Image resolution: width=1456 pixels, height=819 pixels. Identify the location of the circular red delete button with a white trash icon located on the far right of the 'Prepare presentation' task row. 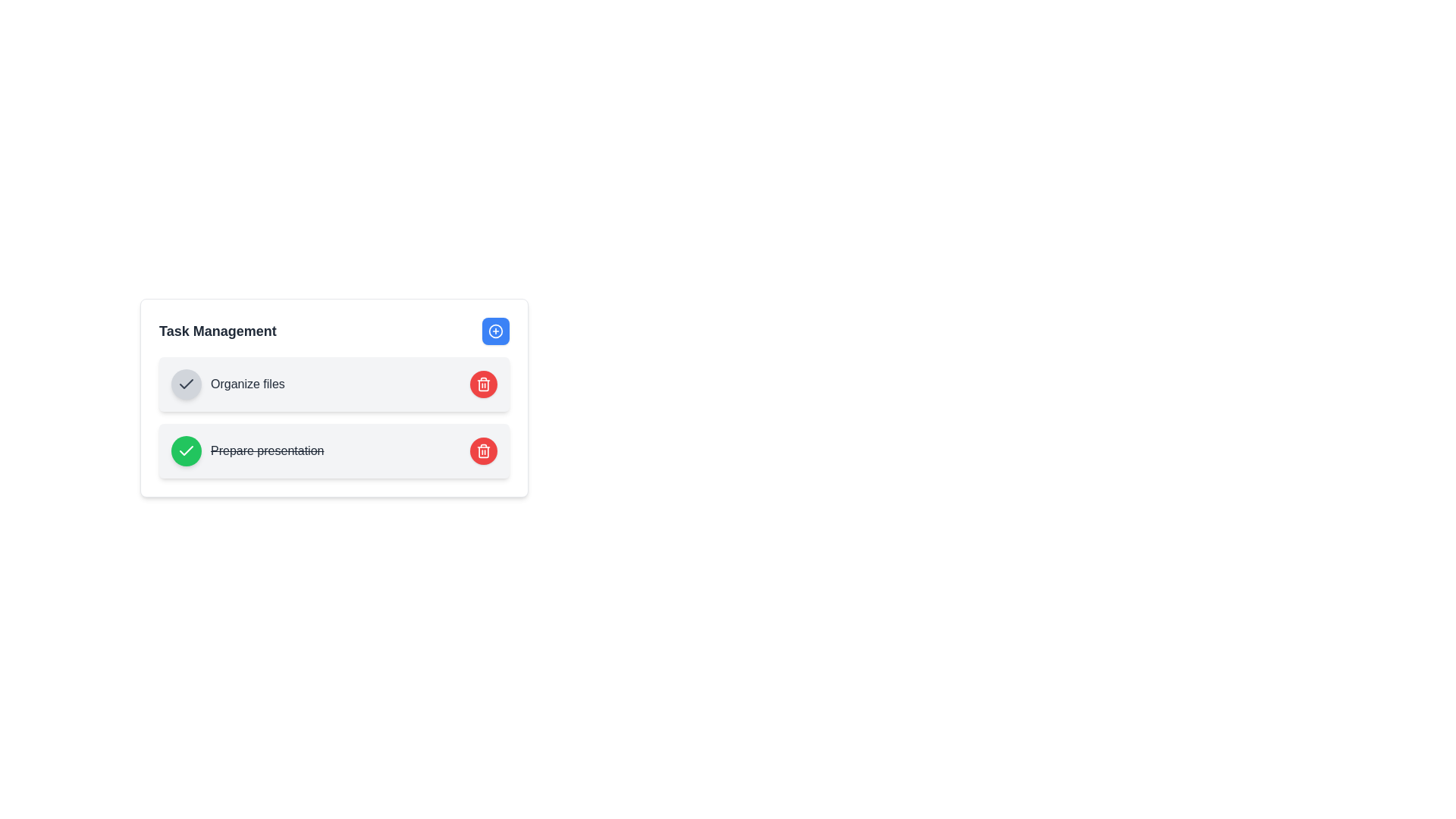
(483, 450).